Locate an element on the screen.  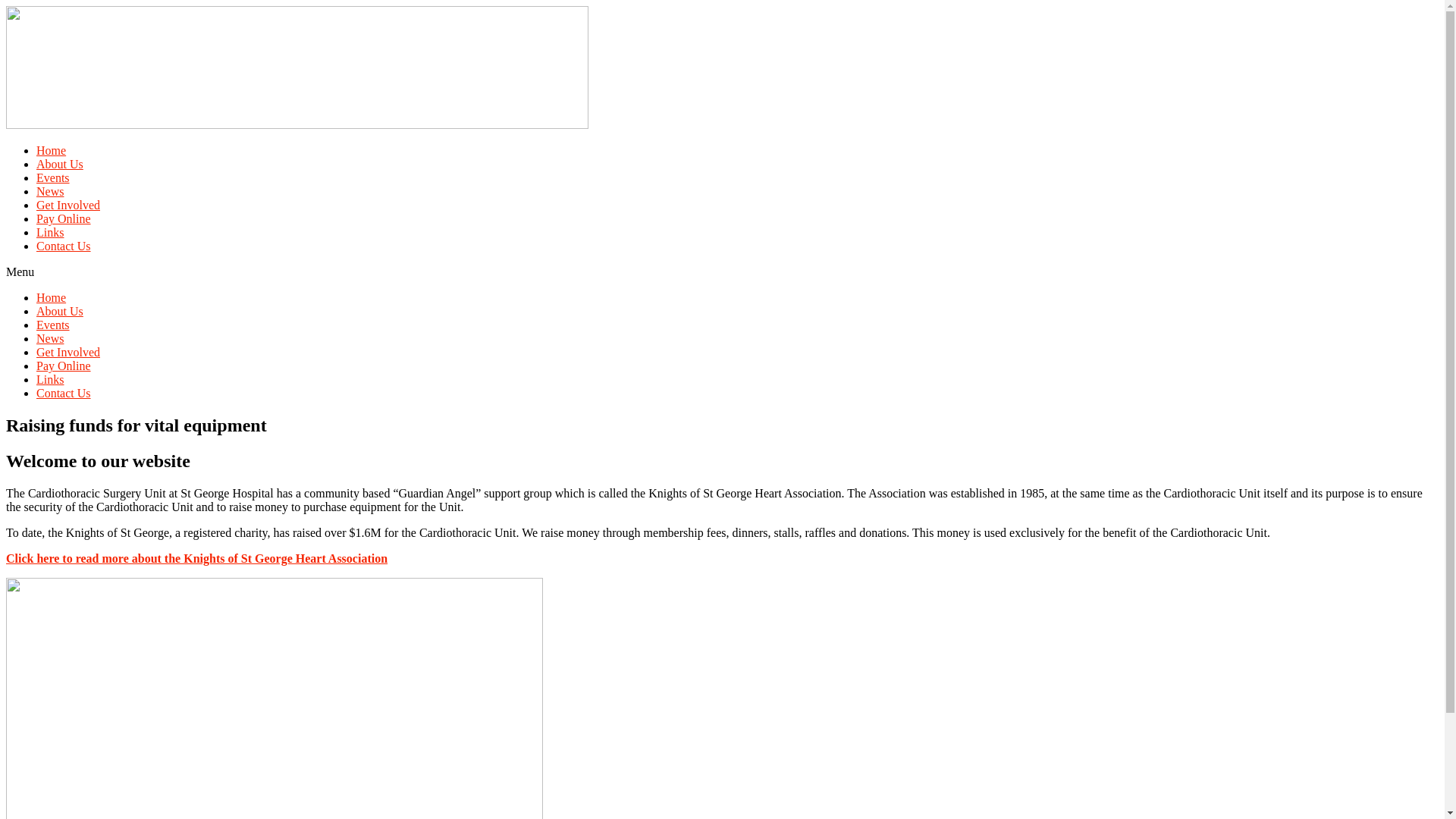
'Home' is located at coordinates (51, 150).